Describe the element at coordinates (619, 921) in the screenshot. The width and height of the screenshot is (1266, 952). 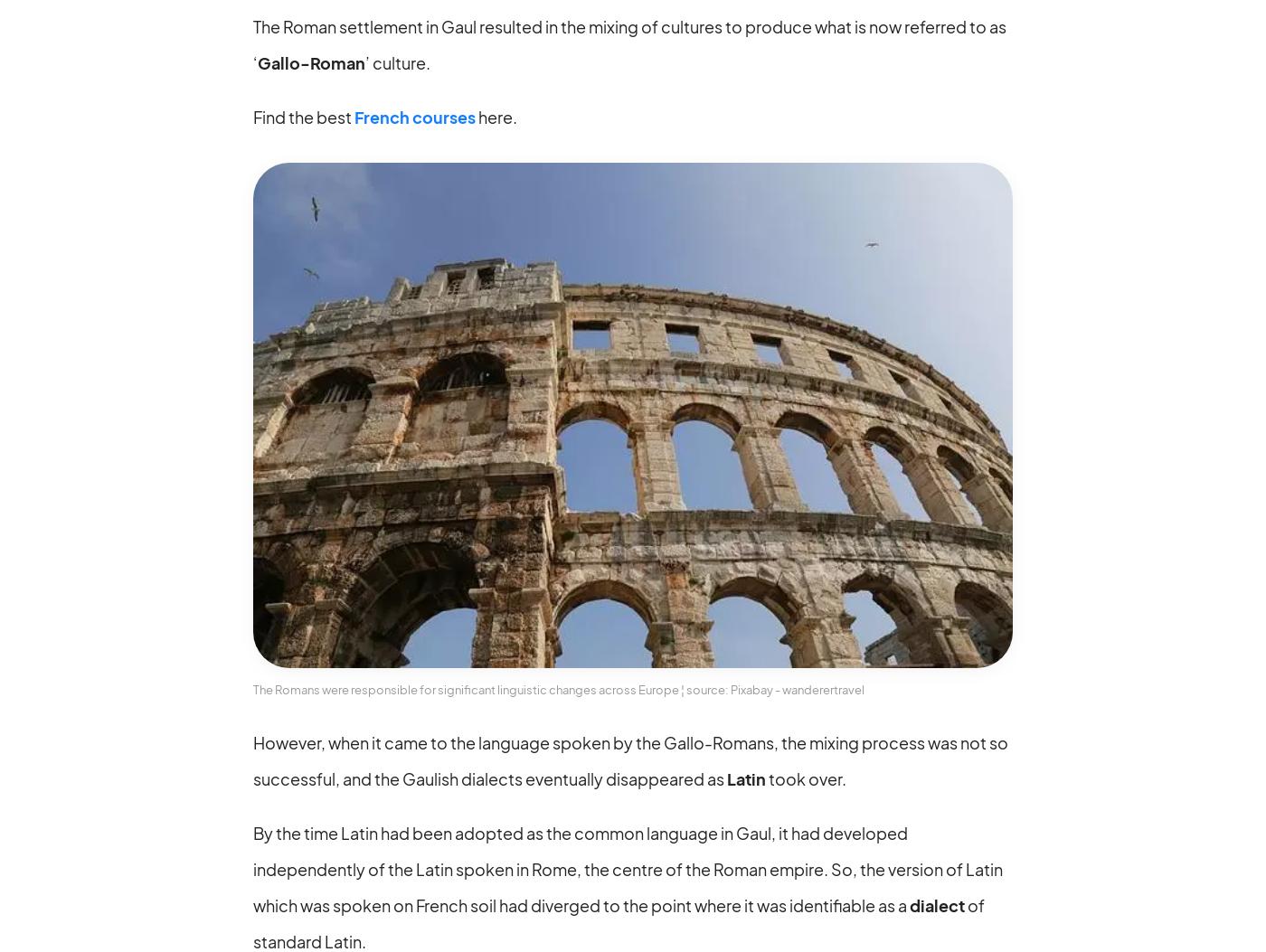
I see `'of standard Latin.'` at that location.